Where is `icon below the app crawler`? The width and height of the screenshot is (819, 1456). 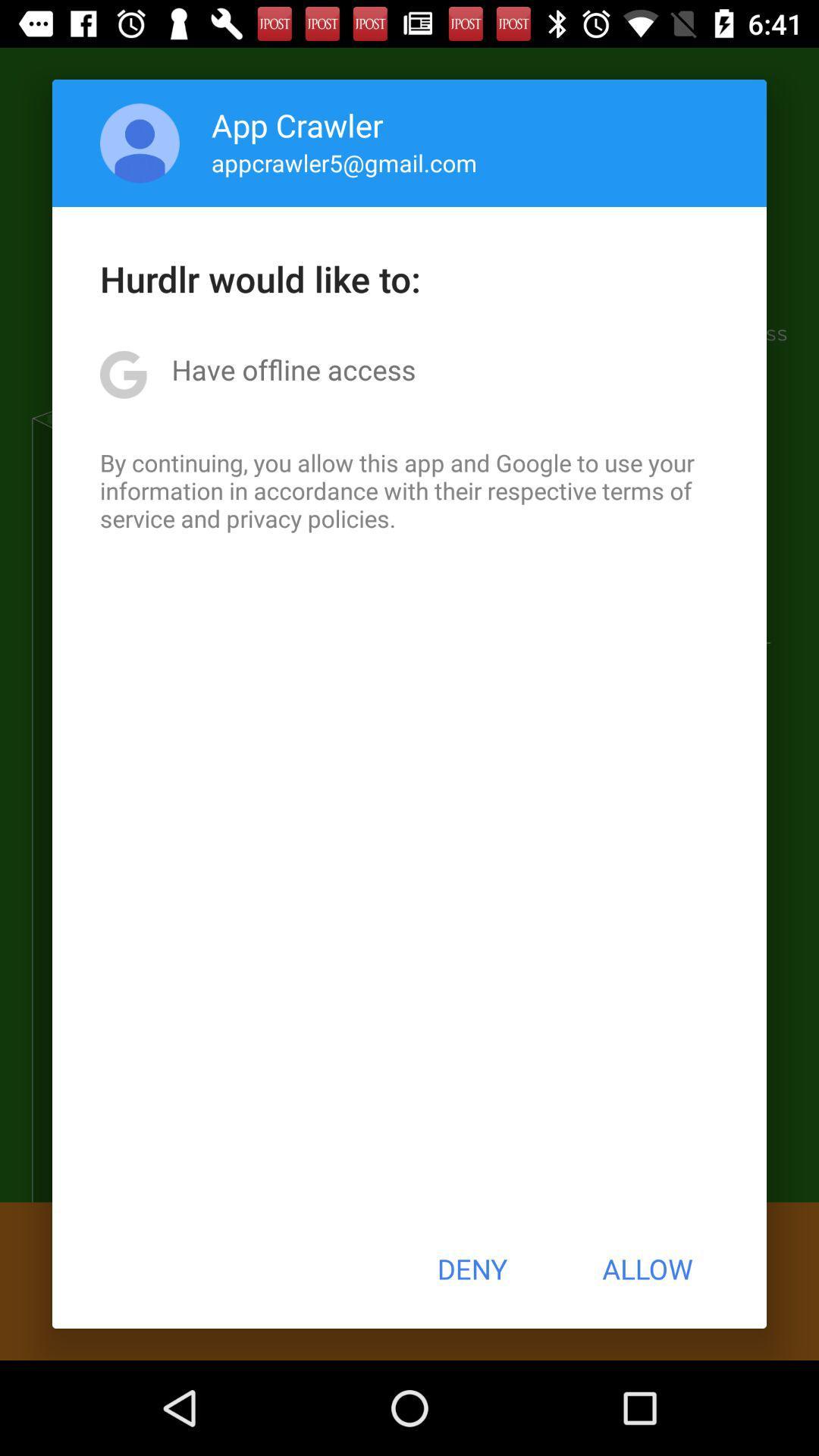
icon below the app crawler is located at coordinates (344, 162).